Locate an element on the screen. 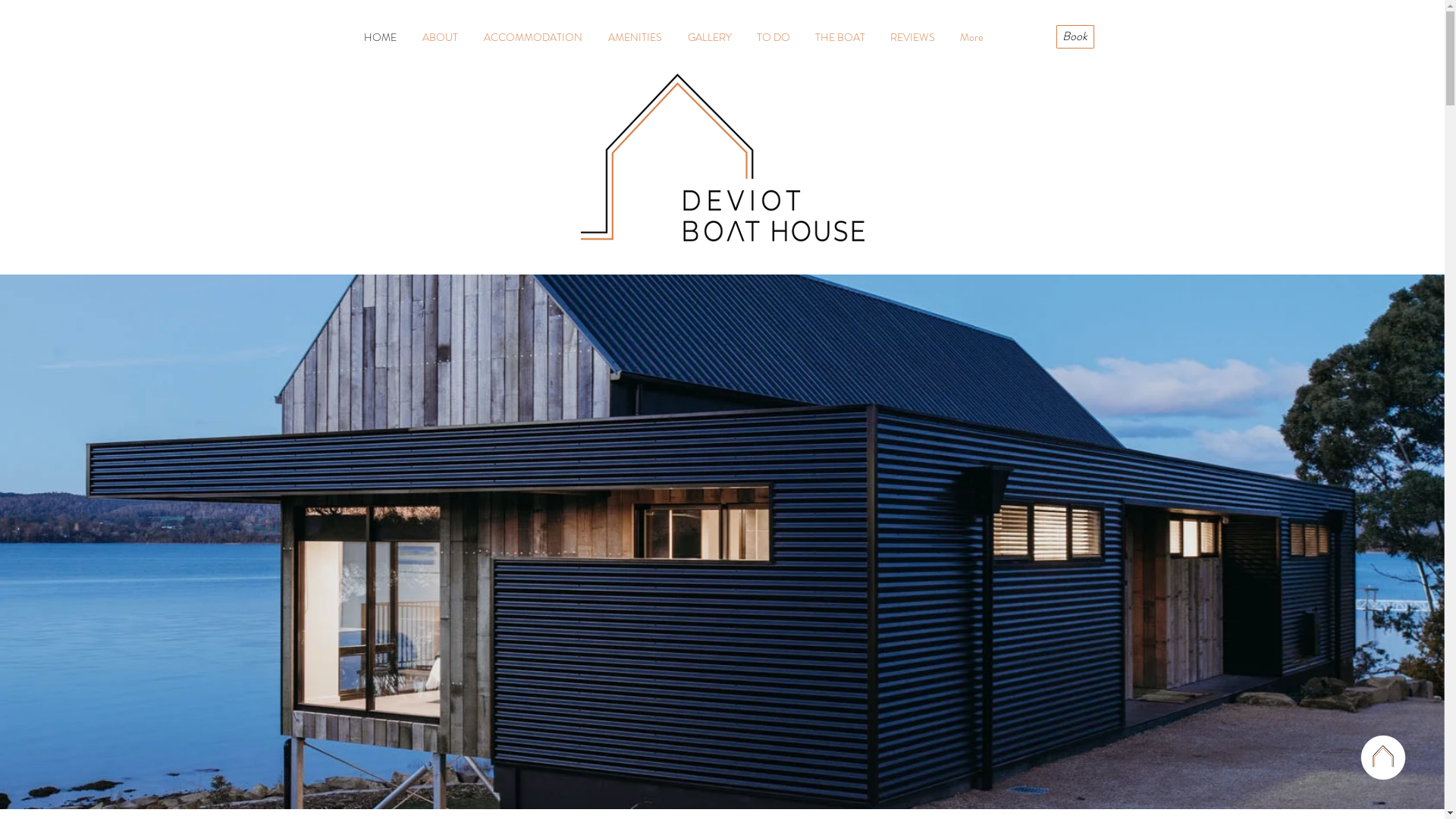  'ABOUT' is located at coordinates (439, 36).